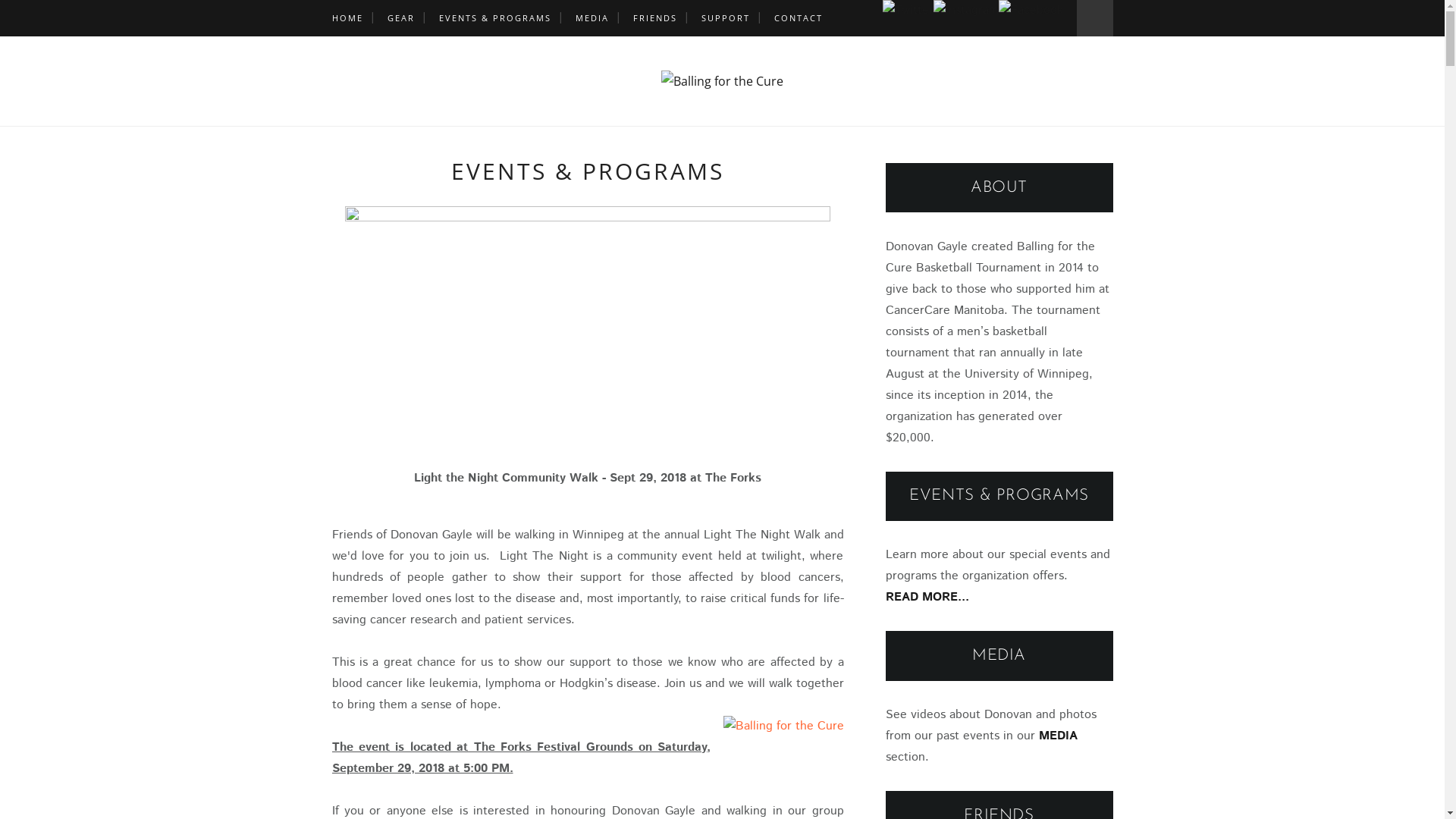  Describe the element at coordinates (347, 17) in the screenshot. I see `'HOME'` at that location.